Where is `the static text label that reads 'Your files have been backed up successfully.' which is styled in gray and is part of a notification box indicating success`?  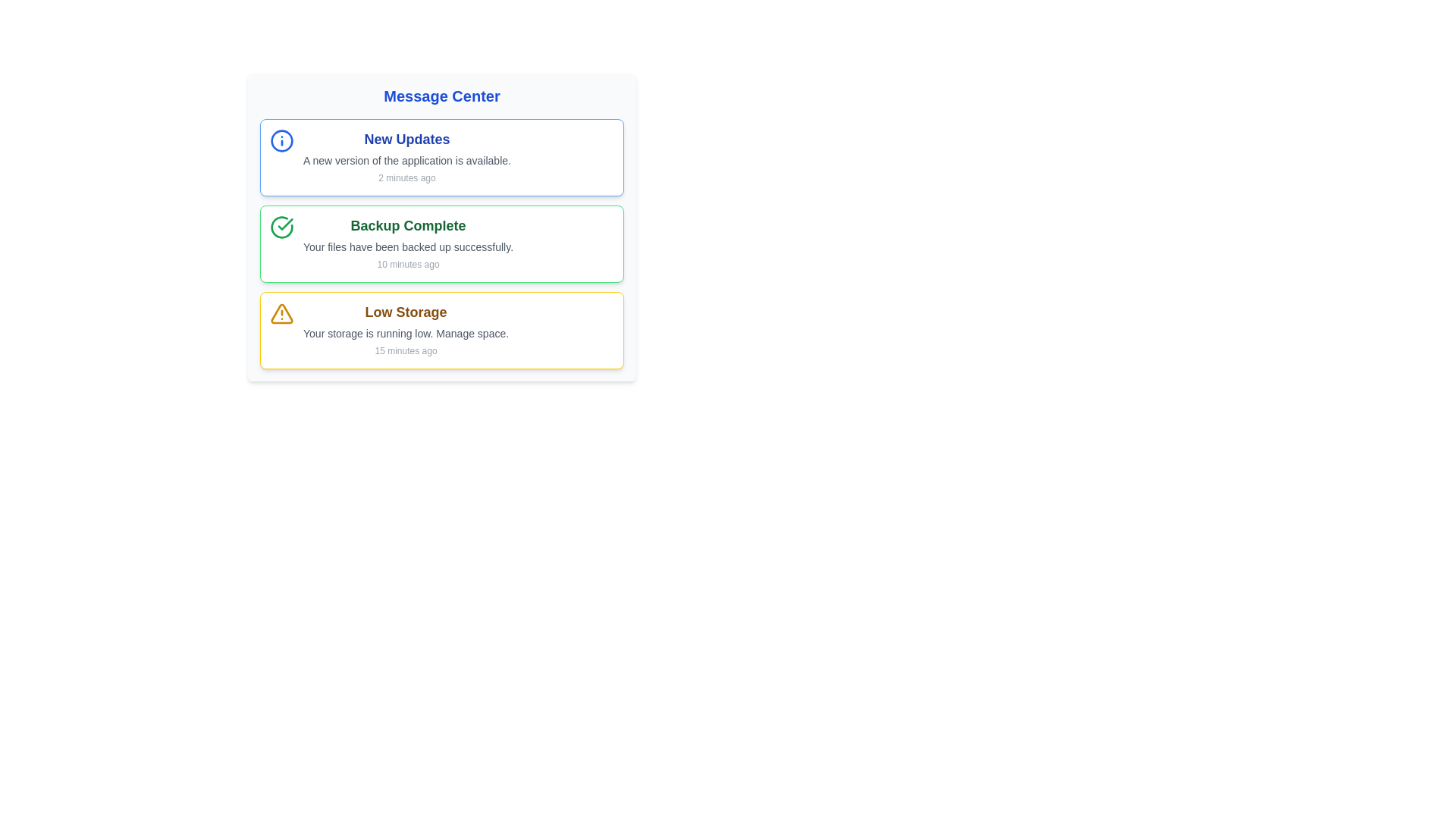
the static text label that reads 'Your files have been backed up successfully.' which is styled in gray and is part of a notification box indicating success is located at coordinates (408, 246).